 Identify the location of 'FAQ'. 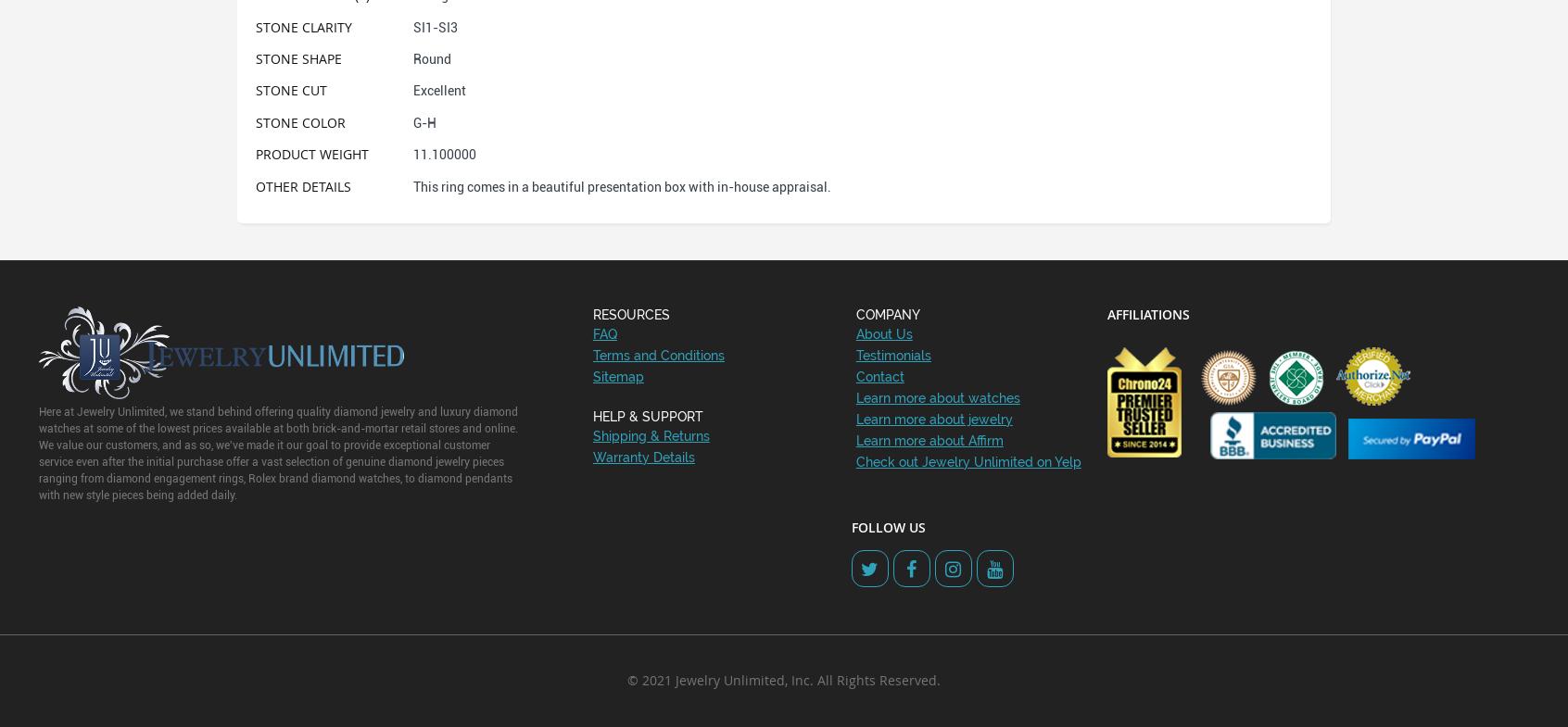
(603, 333).